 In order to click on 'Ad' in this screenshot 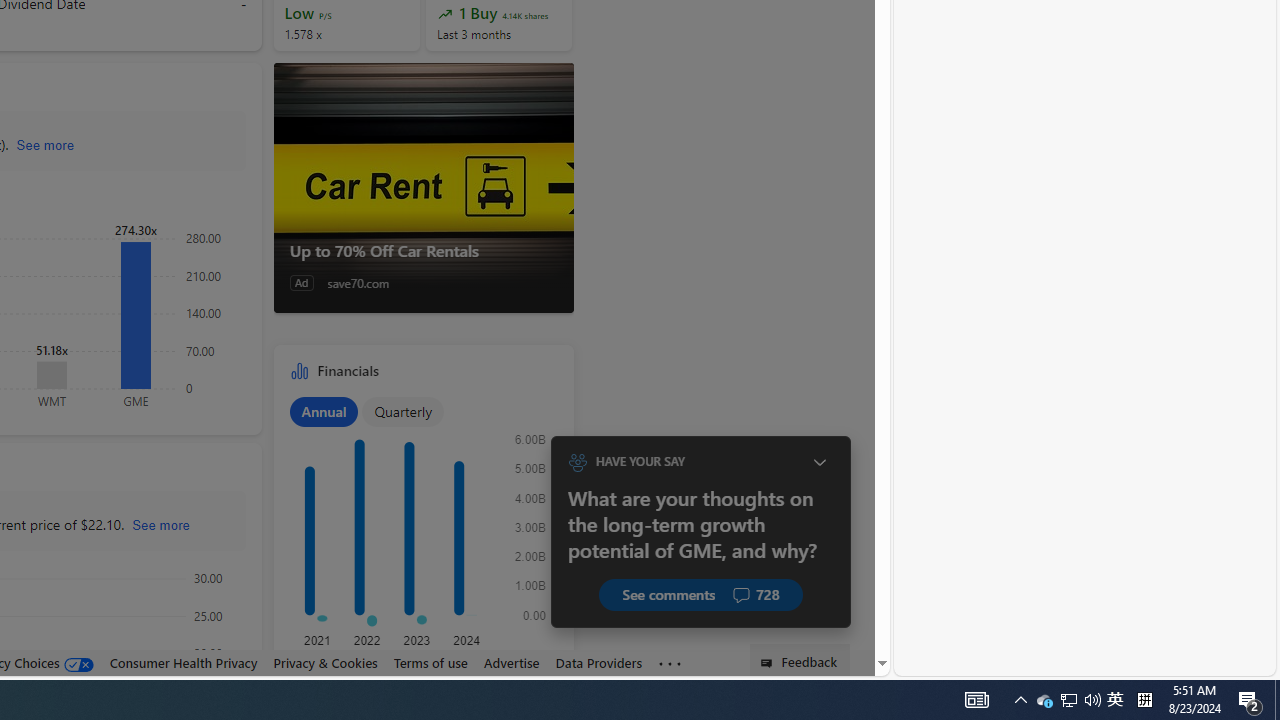, I will do `click(300, 282)`.